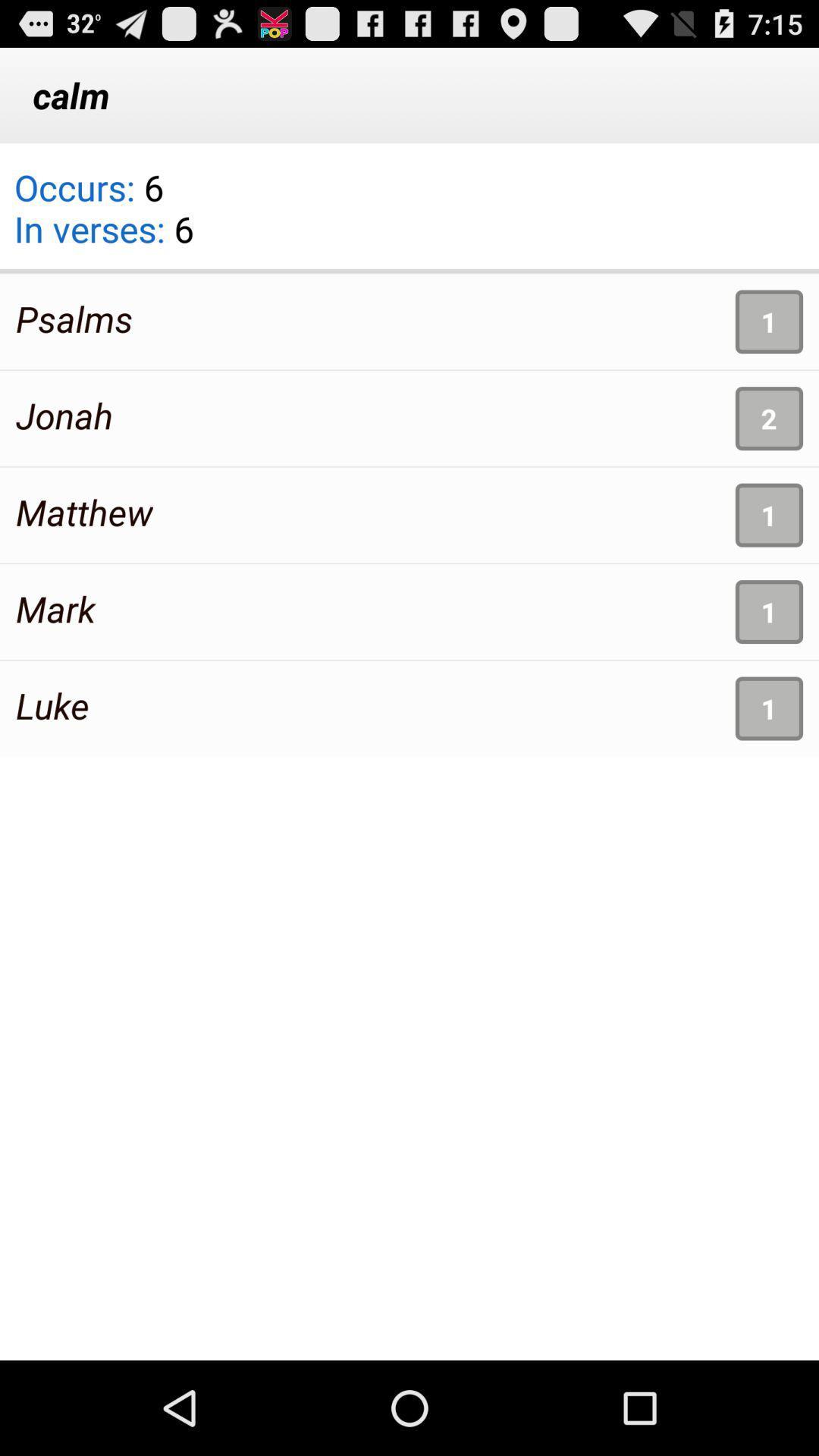 Image resolution: width=819 pixels, height=1456 pixels. What do you see at coordinates (64, 415) in the screenshot?
I see `the icon below the psalms` at bounding box center [64, 415].